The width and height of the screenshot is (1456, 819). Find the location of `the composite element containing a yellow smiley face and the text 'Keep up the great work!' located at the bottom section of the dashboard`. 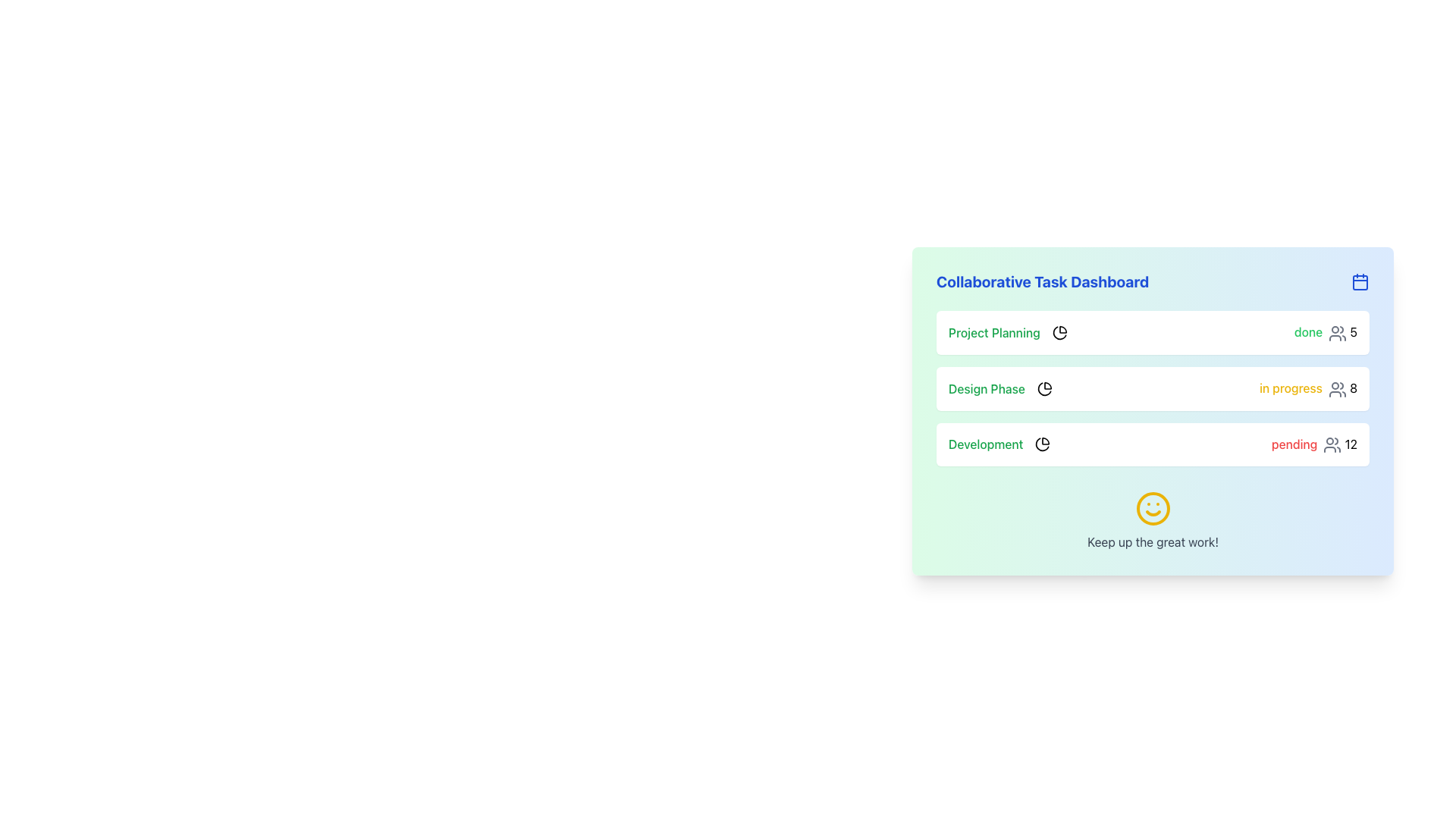

the composite element containing a yellow smiley face and the text 'Keep up the great work!' located at the bottom section of the dashboard is located at coordinates (1153, 520).